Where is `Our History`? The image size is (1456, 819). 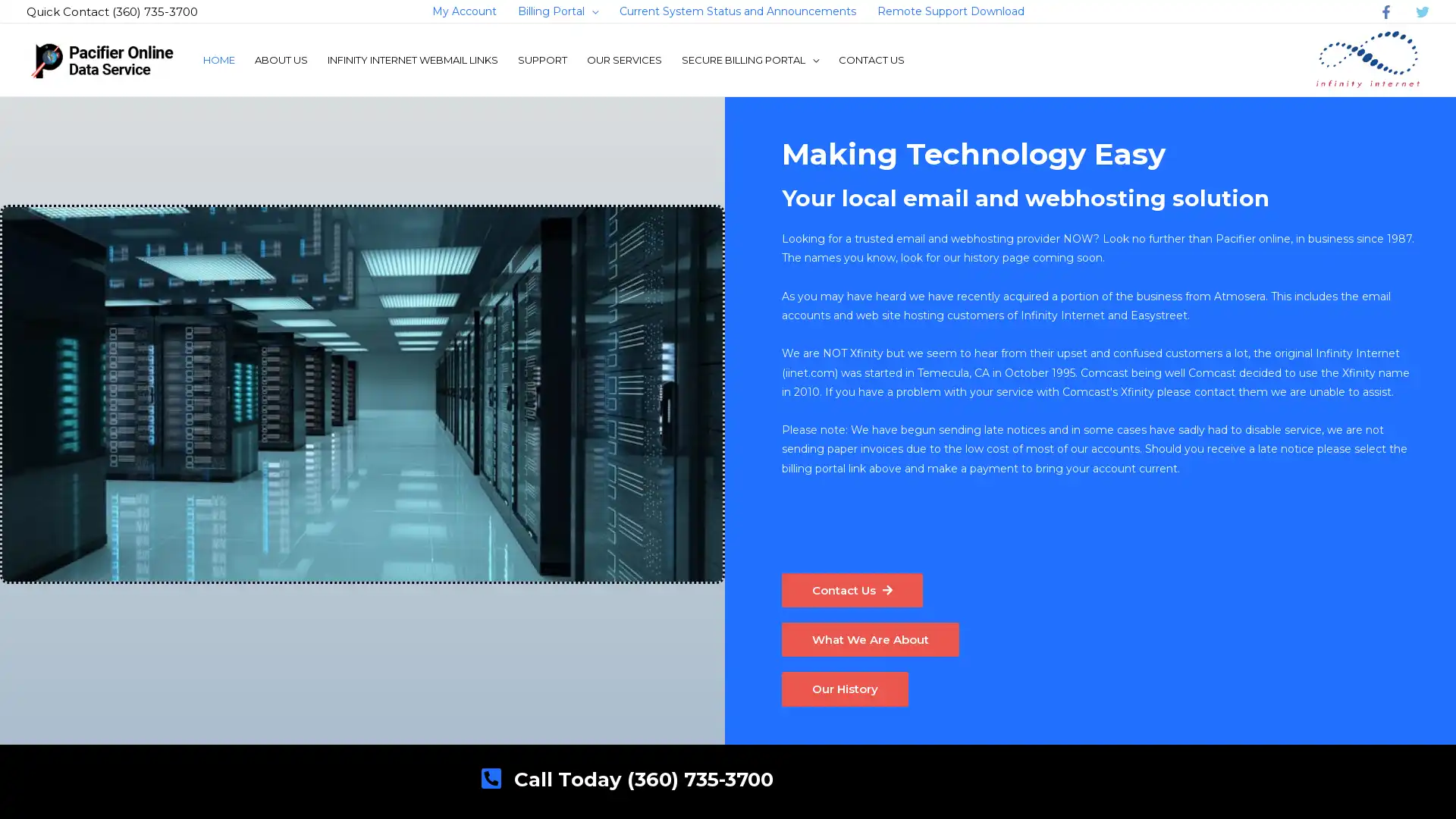
Our History is located at coordinates (846, 691).